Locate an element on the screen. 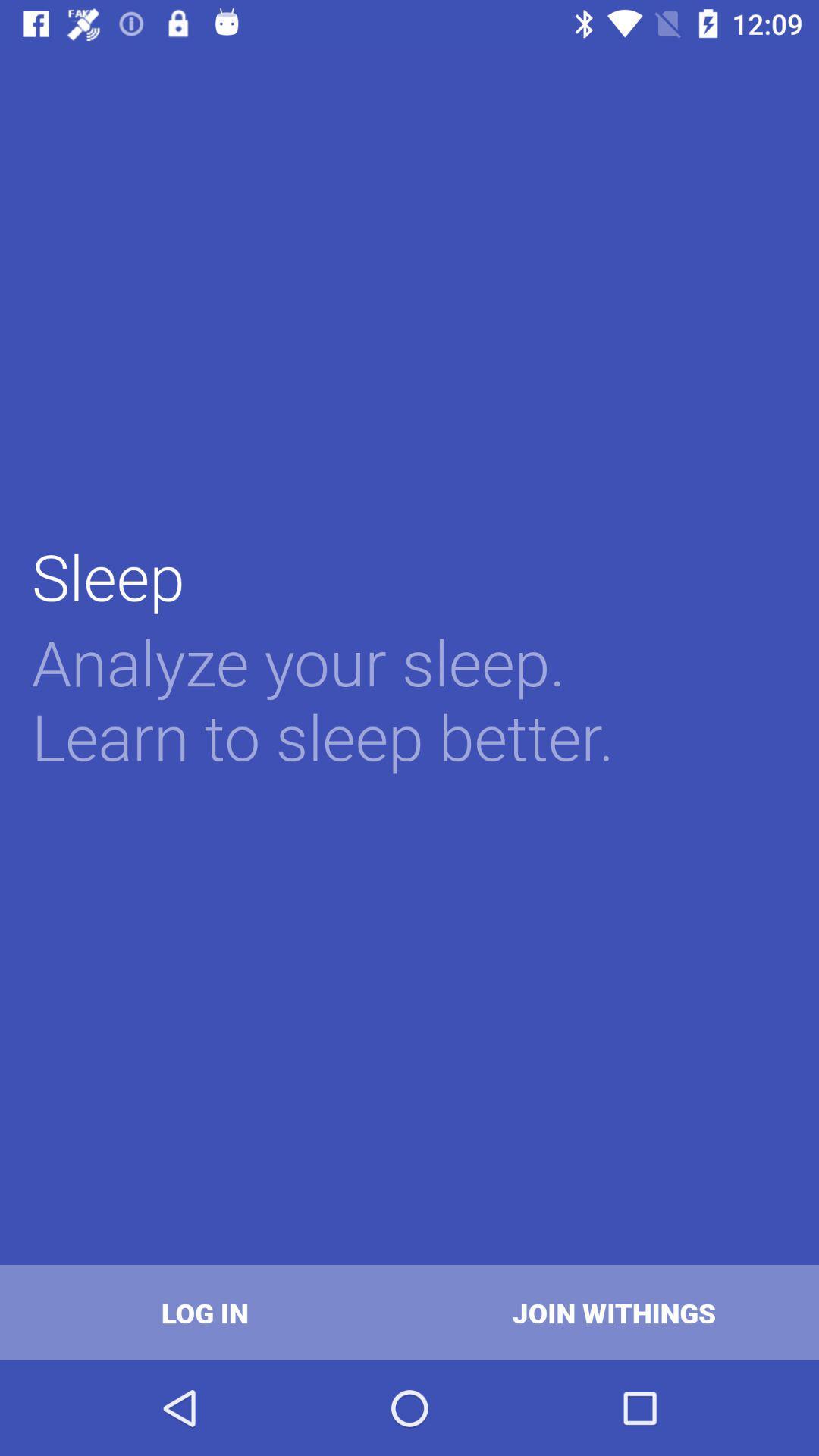 This screenshot has width=819, height=1456. the icon to the left of join withings item is located at coordinates (205, 1312).